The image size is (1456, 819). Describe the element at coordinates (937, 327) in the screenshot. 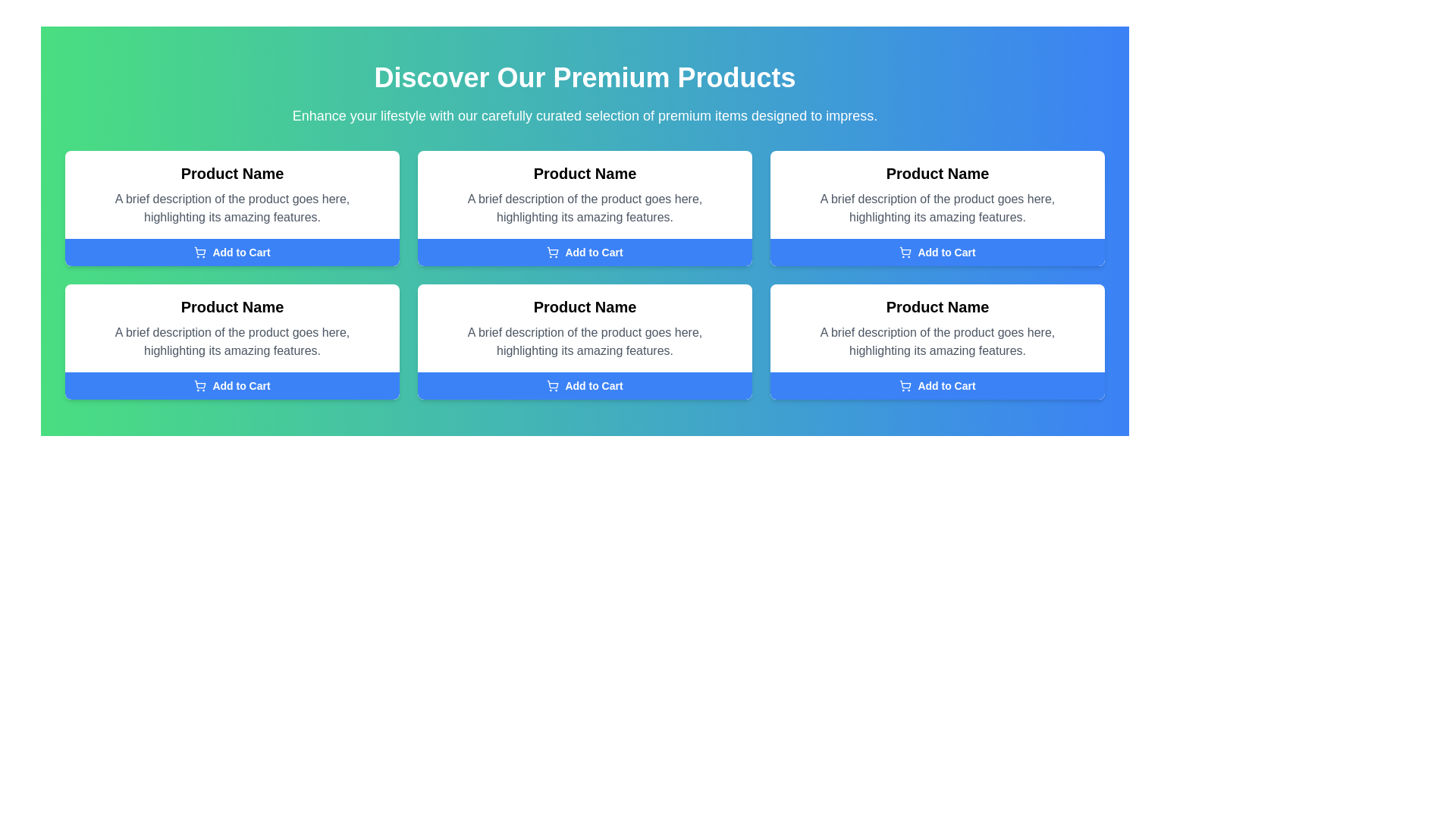

I see `informational text area containing the title 'Product Name' and the description 'A brief description of the product goes here, highlighting its amazing features.' located in the second row and third column of the grid layout` at that location.